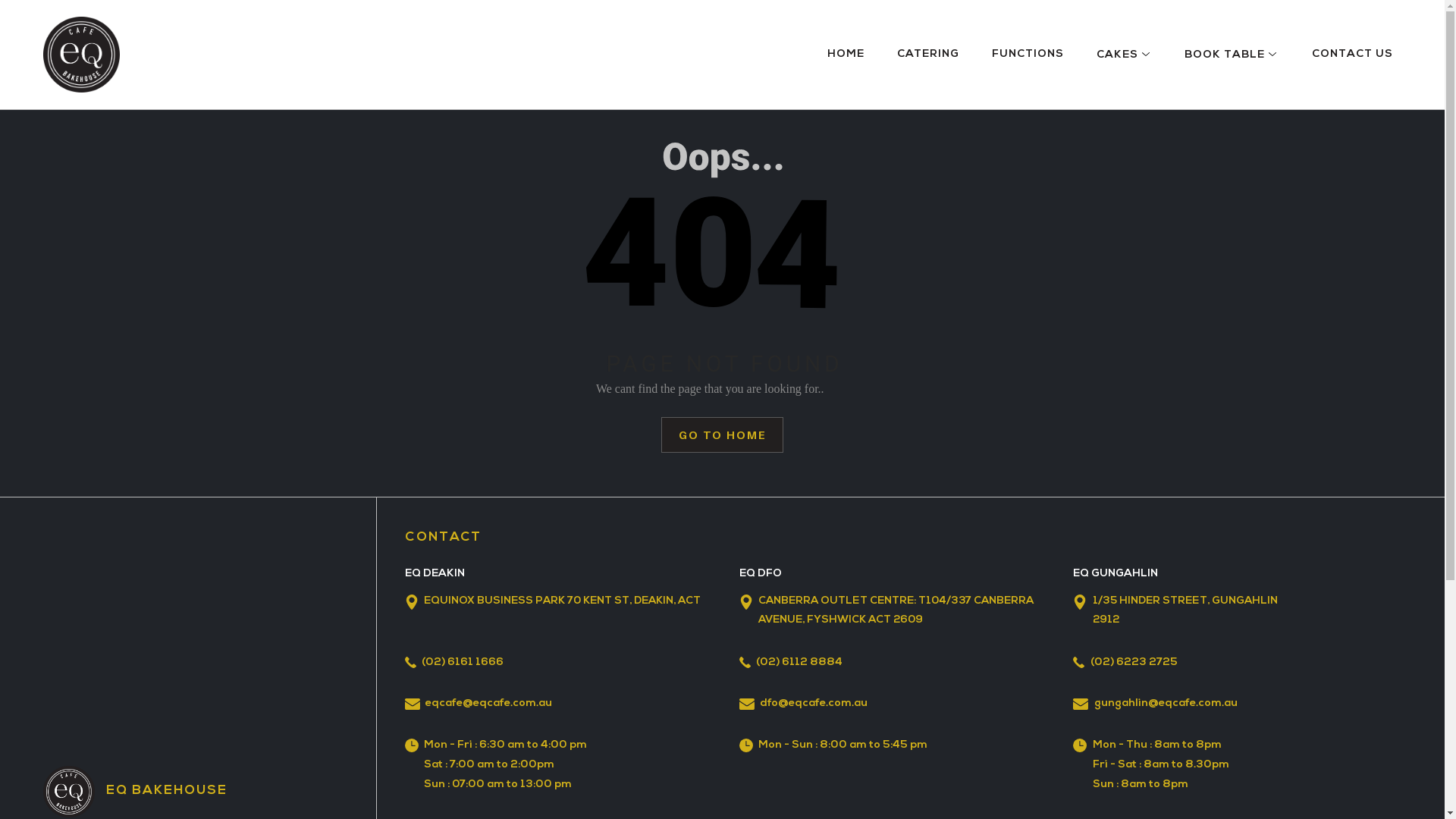 The image size is (1456, 819). What do you see at coordinates (992, 53) in the screenshot?
I see `'FUNCTIONS'` at bounding box center [992, 53].